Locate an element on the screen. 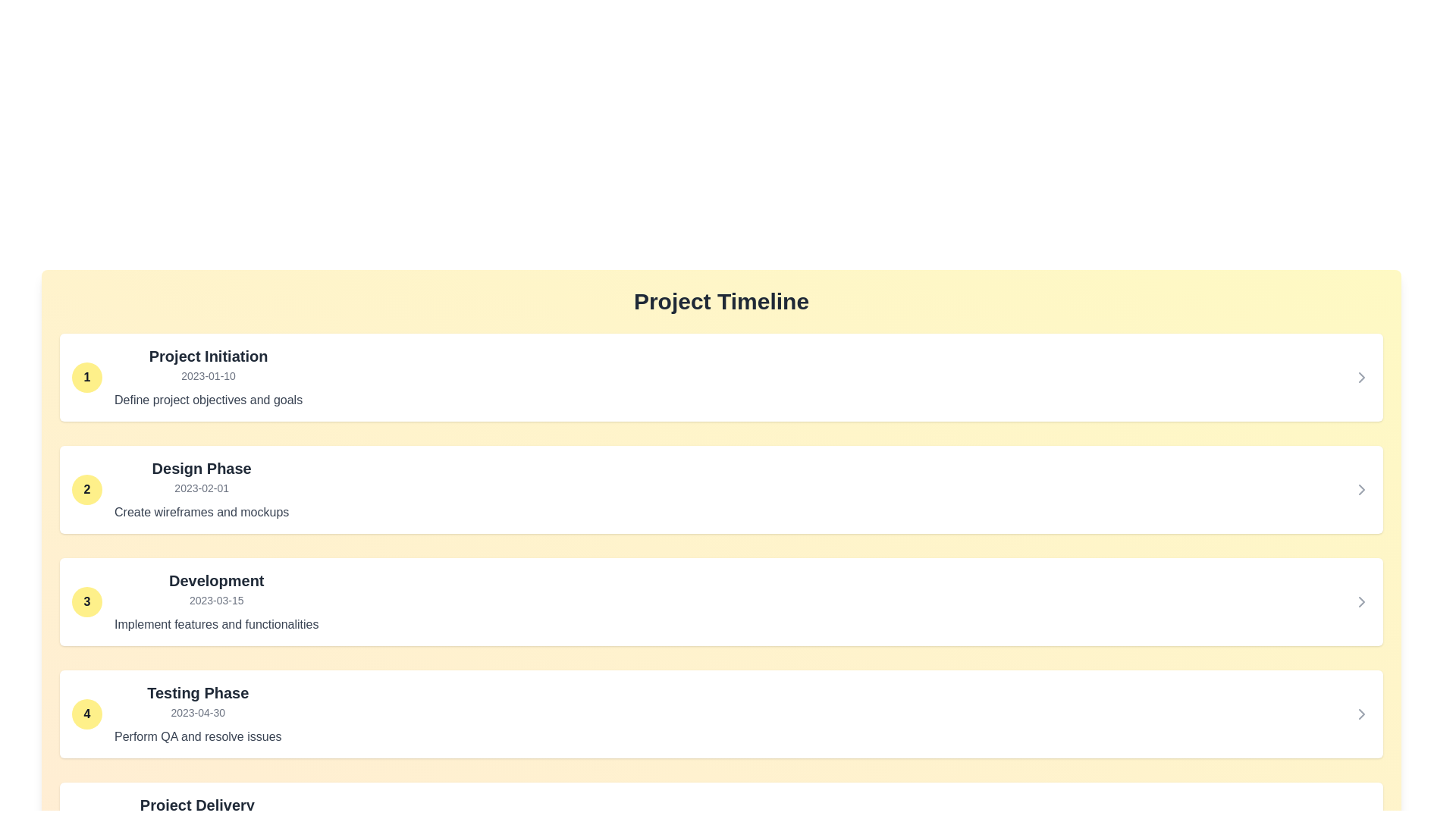 The width and height of the screenshot is (1456, 819). the circular badge with a yellow background and a black number '4' in bold font, which represents the 'Testing Phase' step in the timeline is located at coordinates (86, 714).